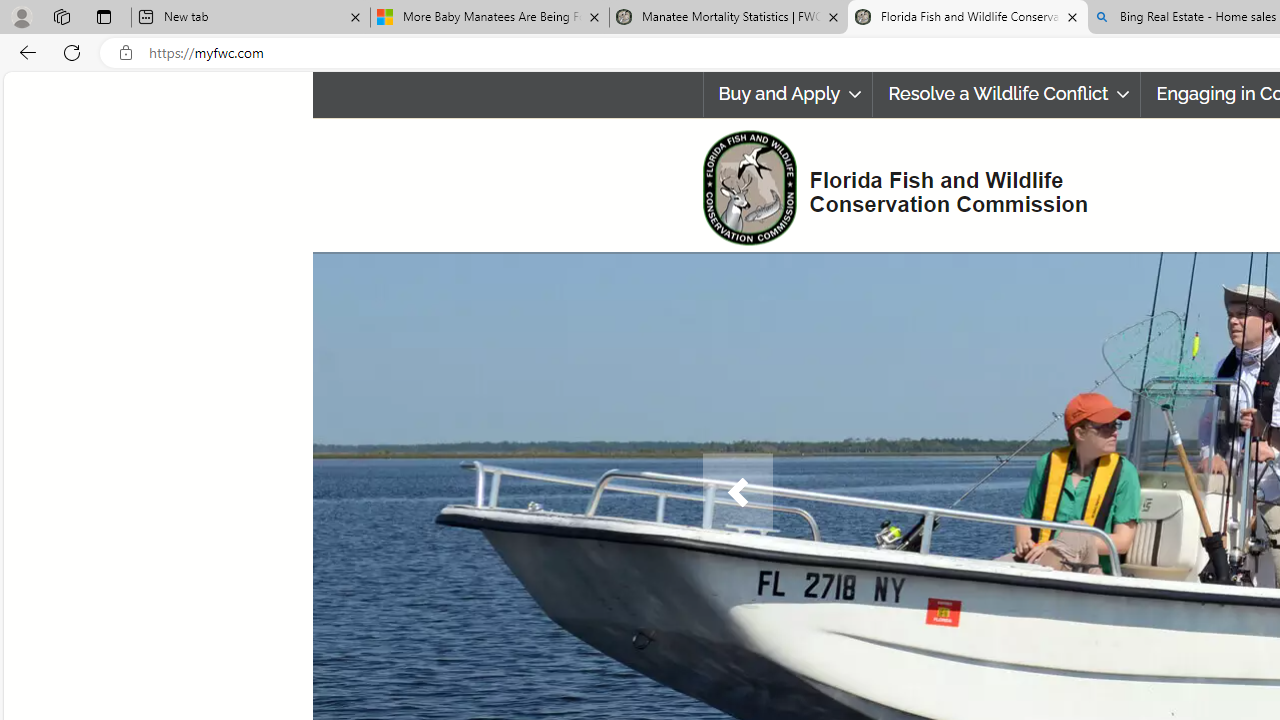 This screenshot has height=720, width=1280. What do you see at coordinates (24, 51) in the screenshot?
I see `'Back'` at bounding box center [24, 51].